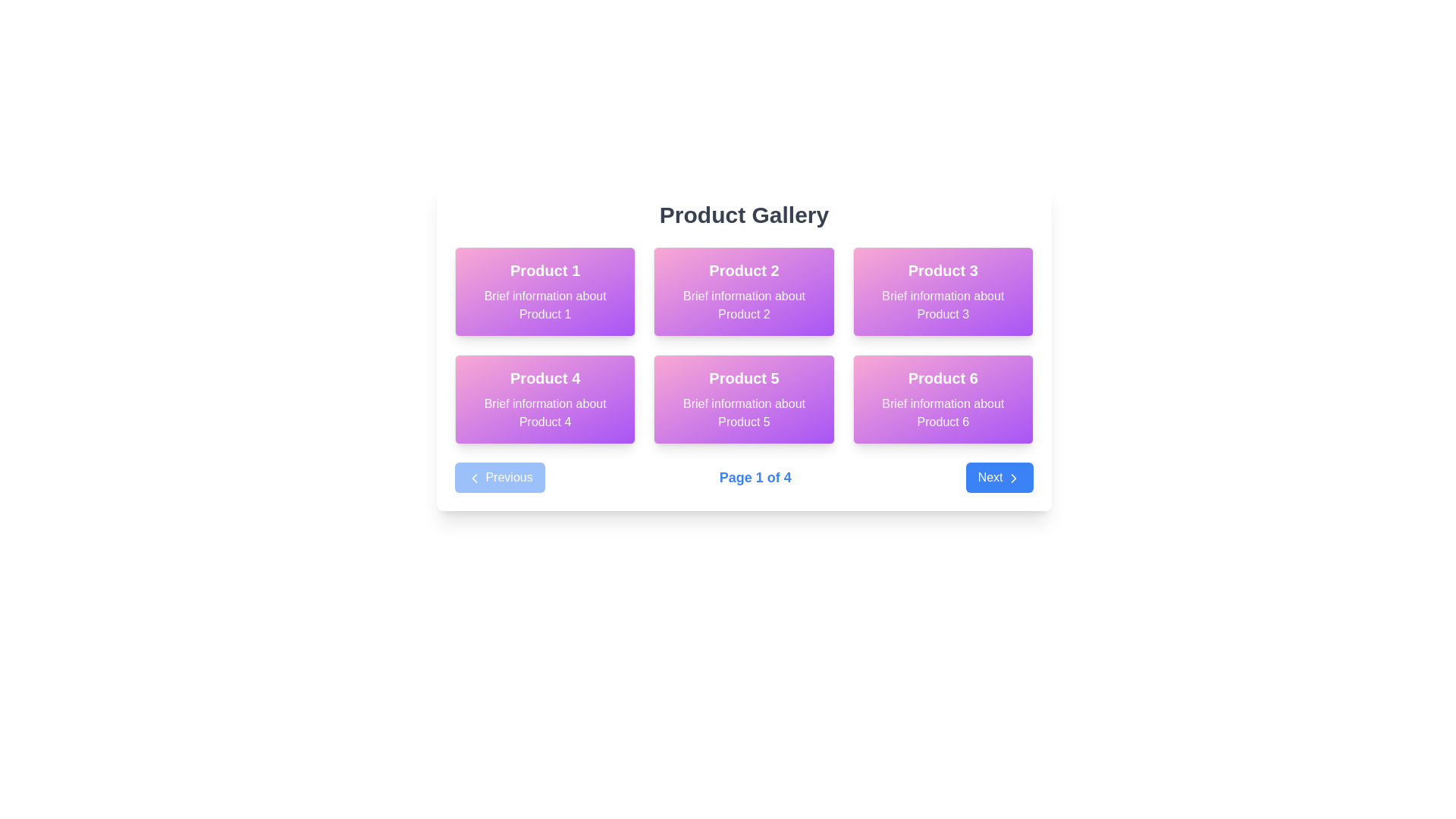 This screenshot has height=819, width=1456. I want to click on the right-pointing chevron-shaped icon located in the next button at the bottom-right corner of the interface, so click(1013, 478).